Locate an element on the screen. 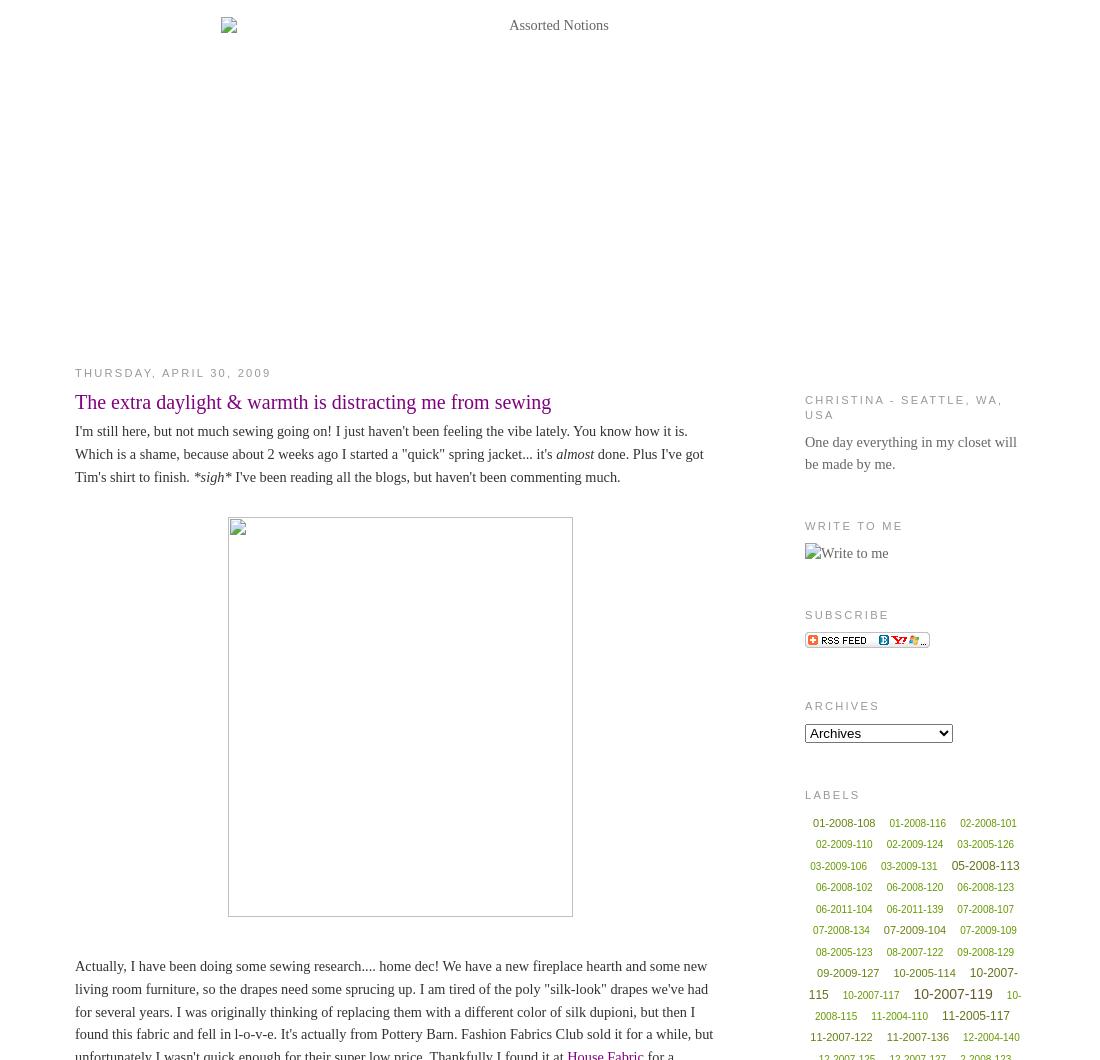 This screenshot has height=1060, width=1100. '10-2005-114' is located at coordinates (924, 971).